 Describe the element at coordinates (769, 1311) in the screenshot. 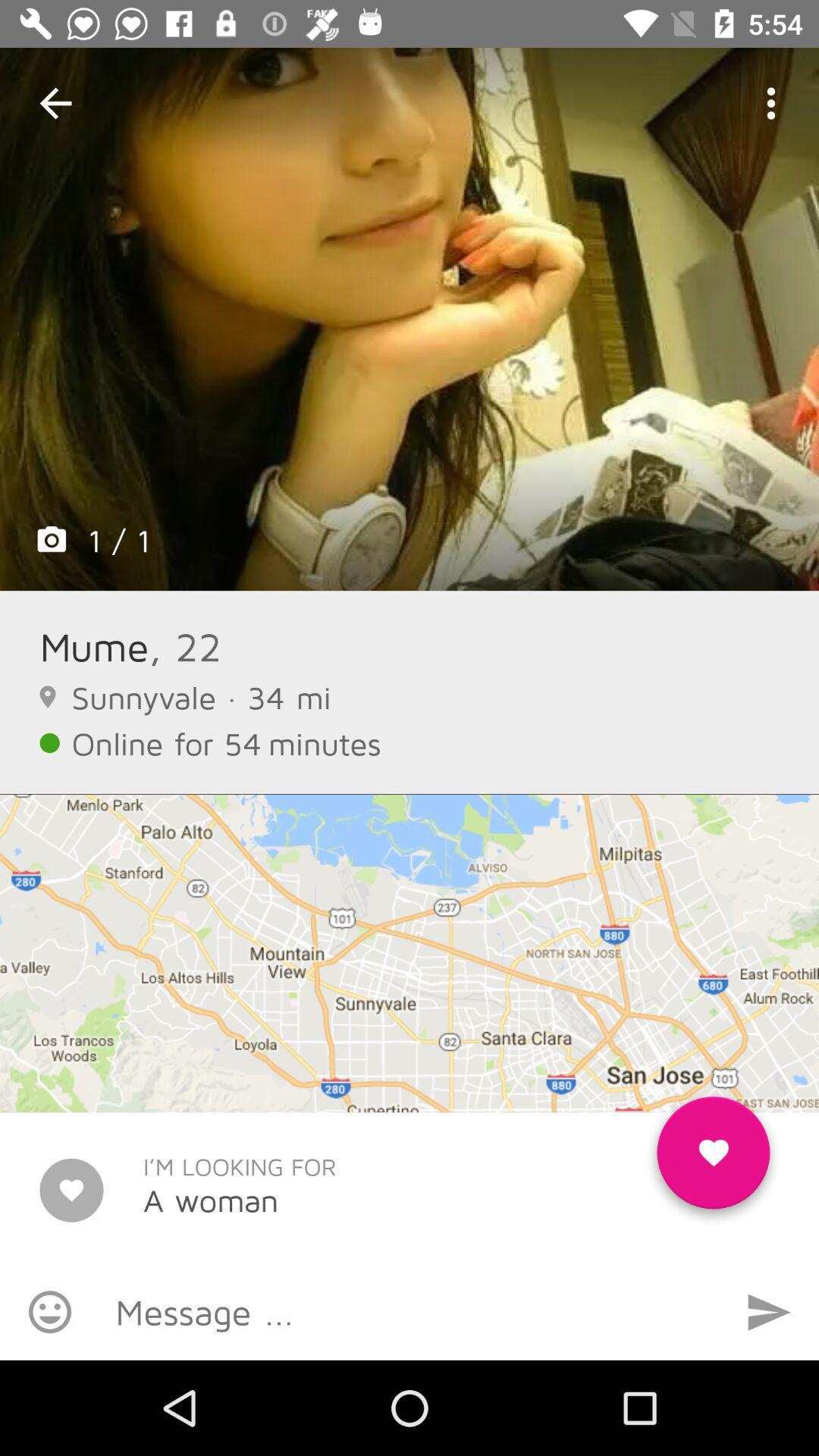

I see `the send icon` at that location.